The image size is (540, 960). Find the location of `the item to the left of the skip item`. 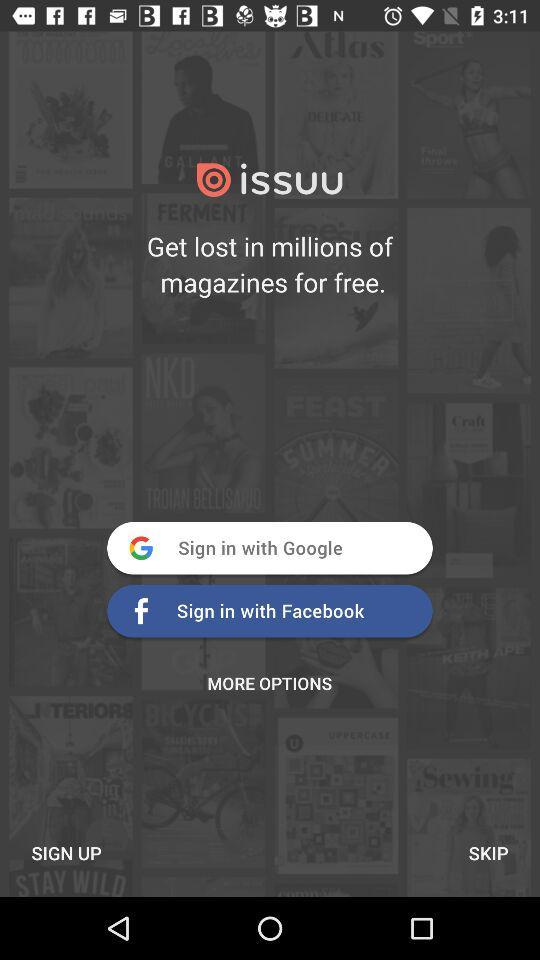

the item to the left of the skip item is located at coordinates (66, 852).